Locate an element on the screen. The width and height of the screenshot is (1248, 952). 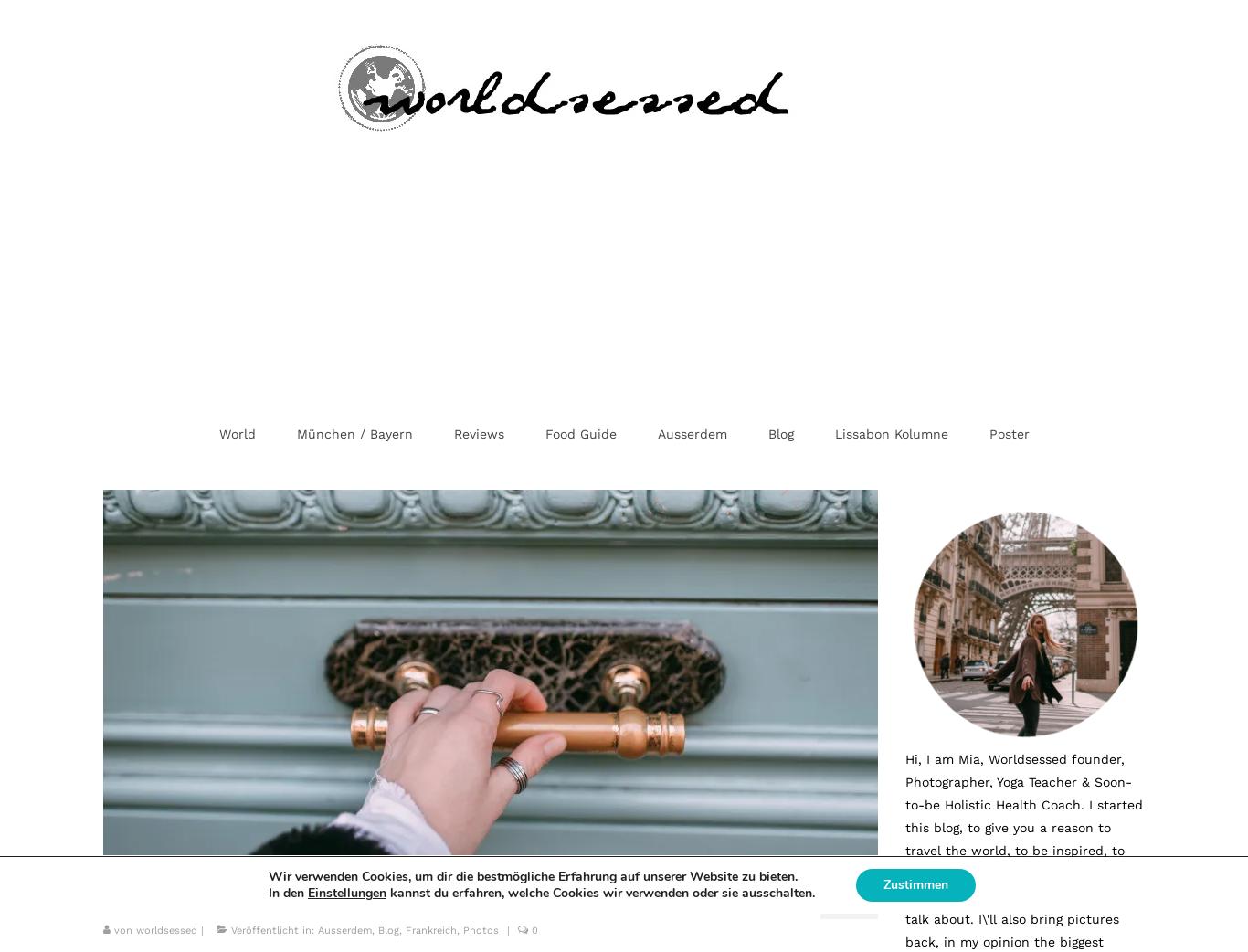
'kannst du erfahren, welche Cookies wir verwenden oder sie ausschalten.' is located at coordinates (599, 893).